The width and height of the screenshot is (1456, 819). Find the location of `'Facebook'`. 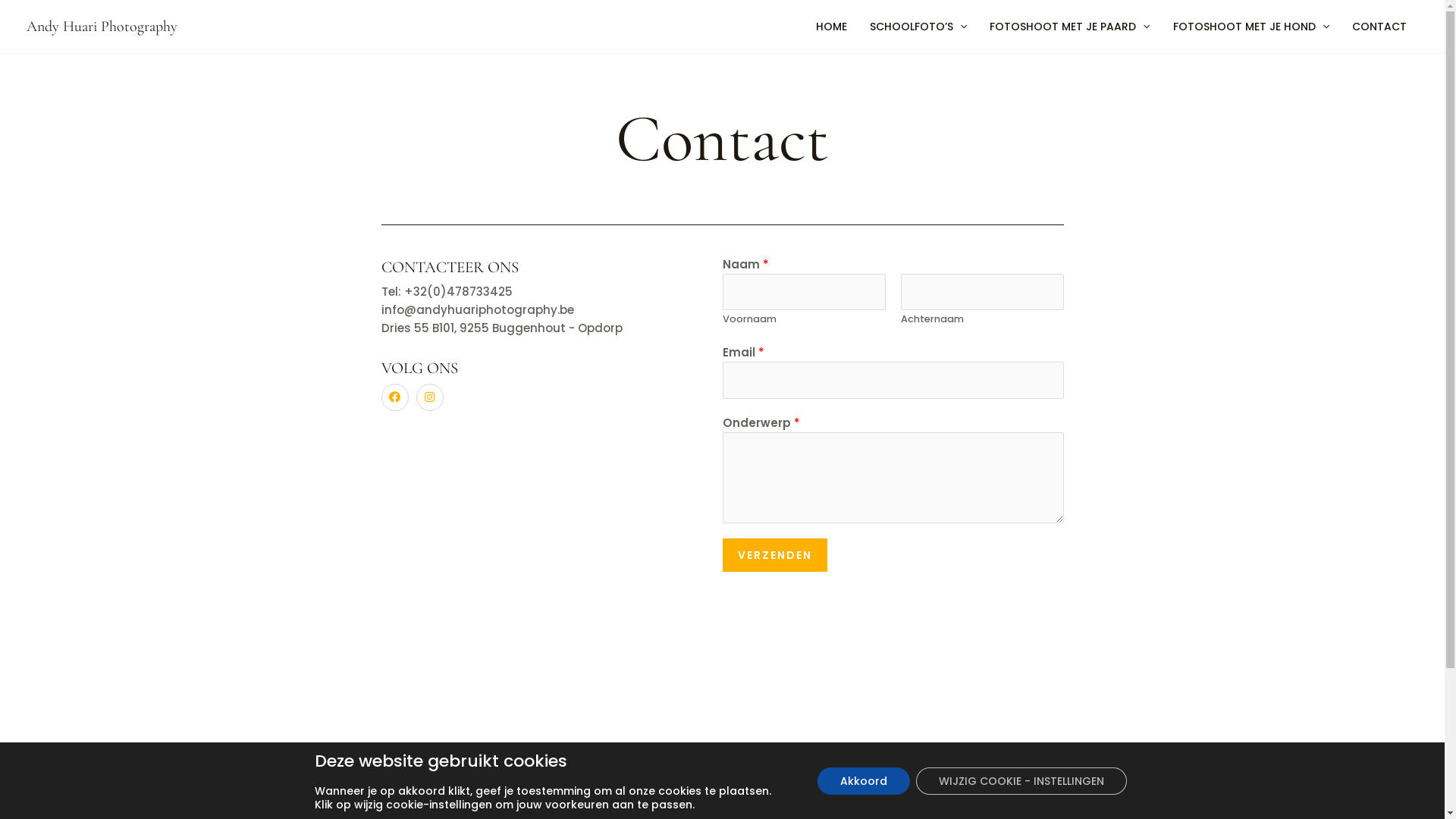

'Facebook' is located at coordinates (394, 397).